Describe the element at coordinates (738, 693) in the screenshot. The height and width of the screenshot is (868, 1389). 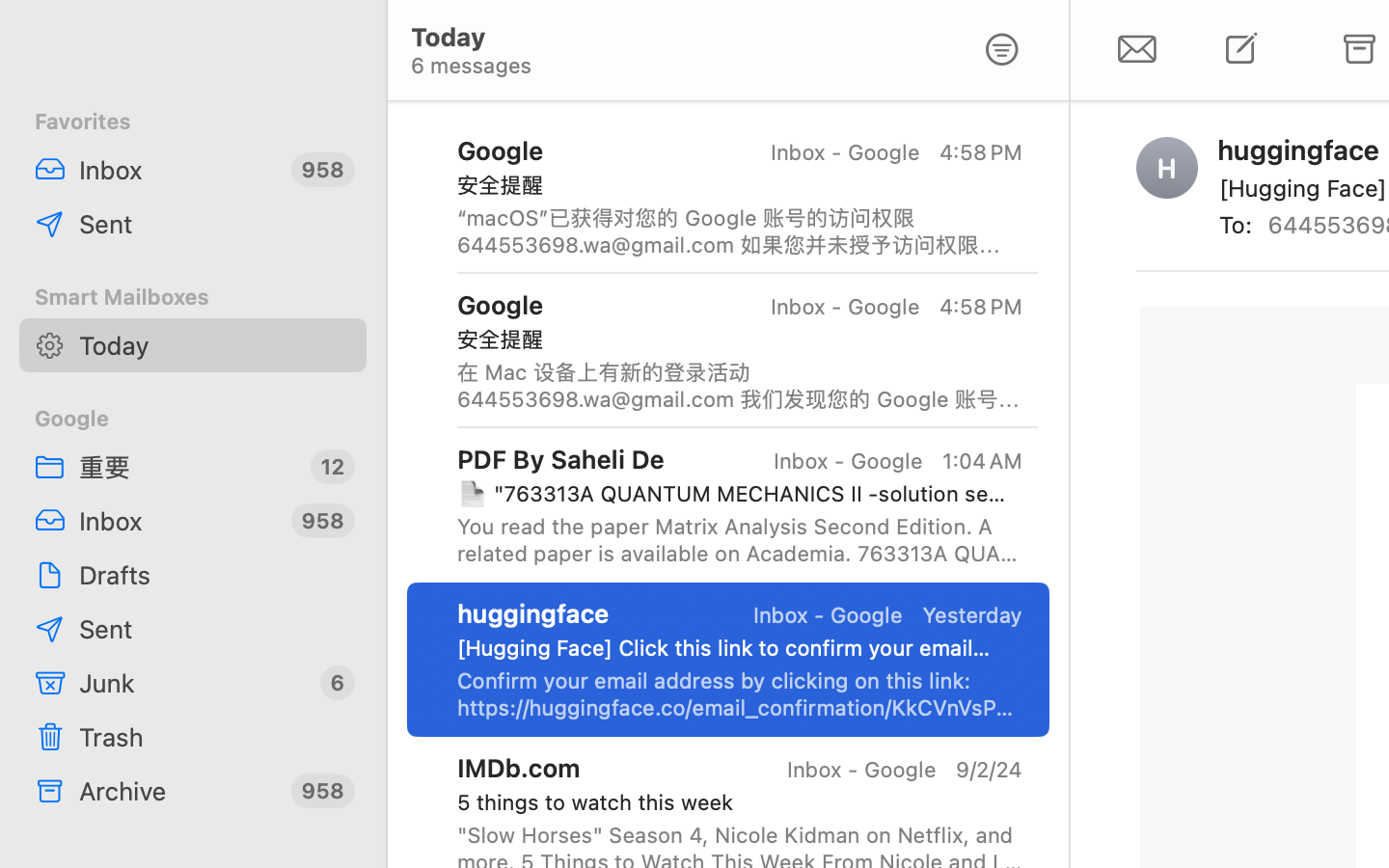
I see `'Confirm your email address by clicking on this link: https://huggingface.co/email_confirmation/KkCVnVsPgWKdzUnjgsmNfQwgnwKH If you didn'` at that location.